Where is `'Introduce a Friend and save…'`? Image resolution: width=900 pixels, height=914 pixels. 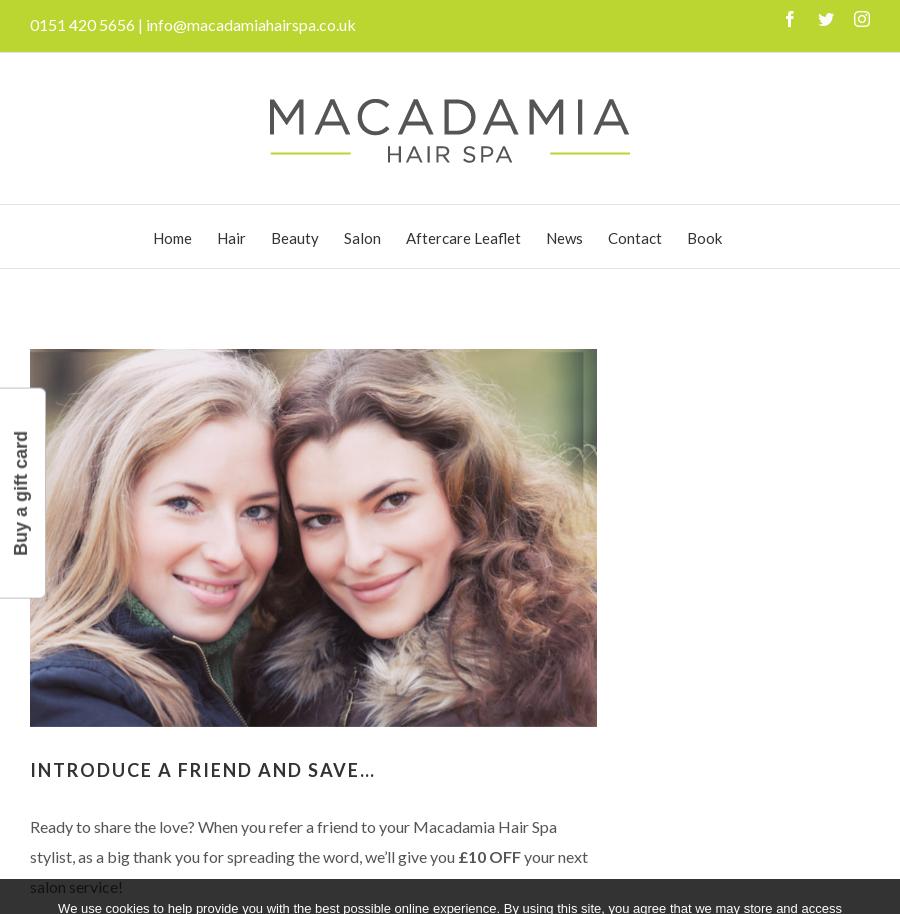 'Introduce a Friend and save…' is located at coordinates (203, 769).